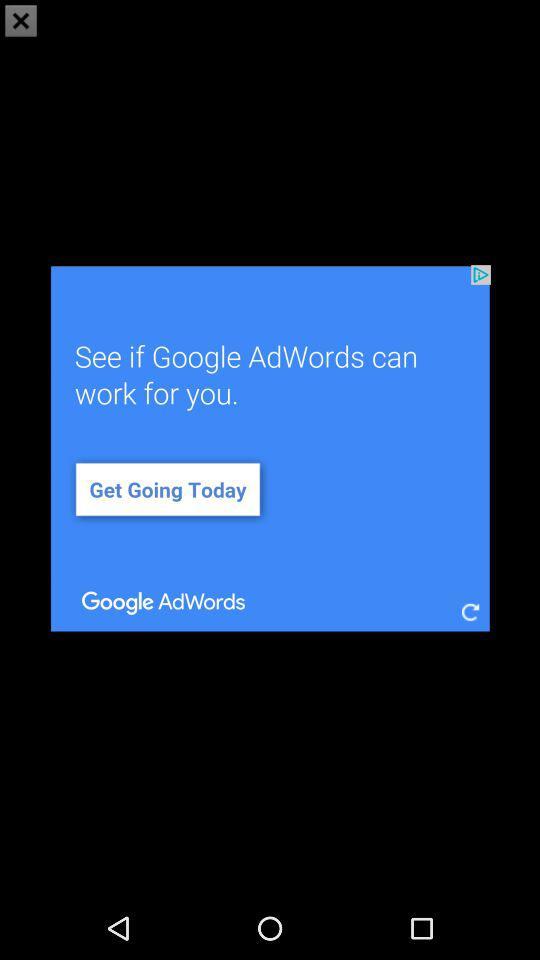  What do you see at coordinates (270, 448) in the screenshot?
I see `the icon at the center` at bounding box center [270, 448].